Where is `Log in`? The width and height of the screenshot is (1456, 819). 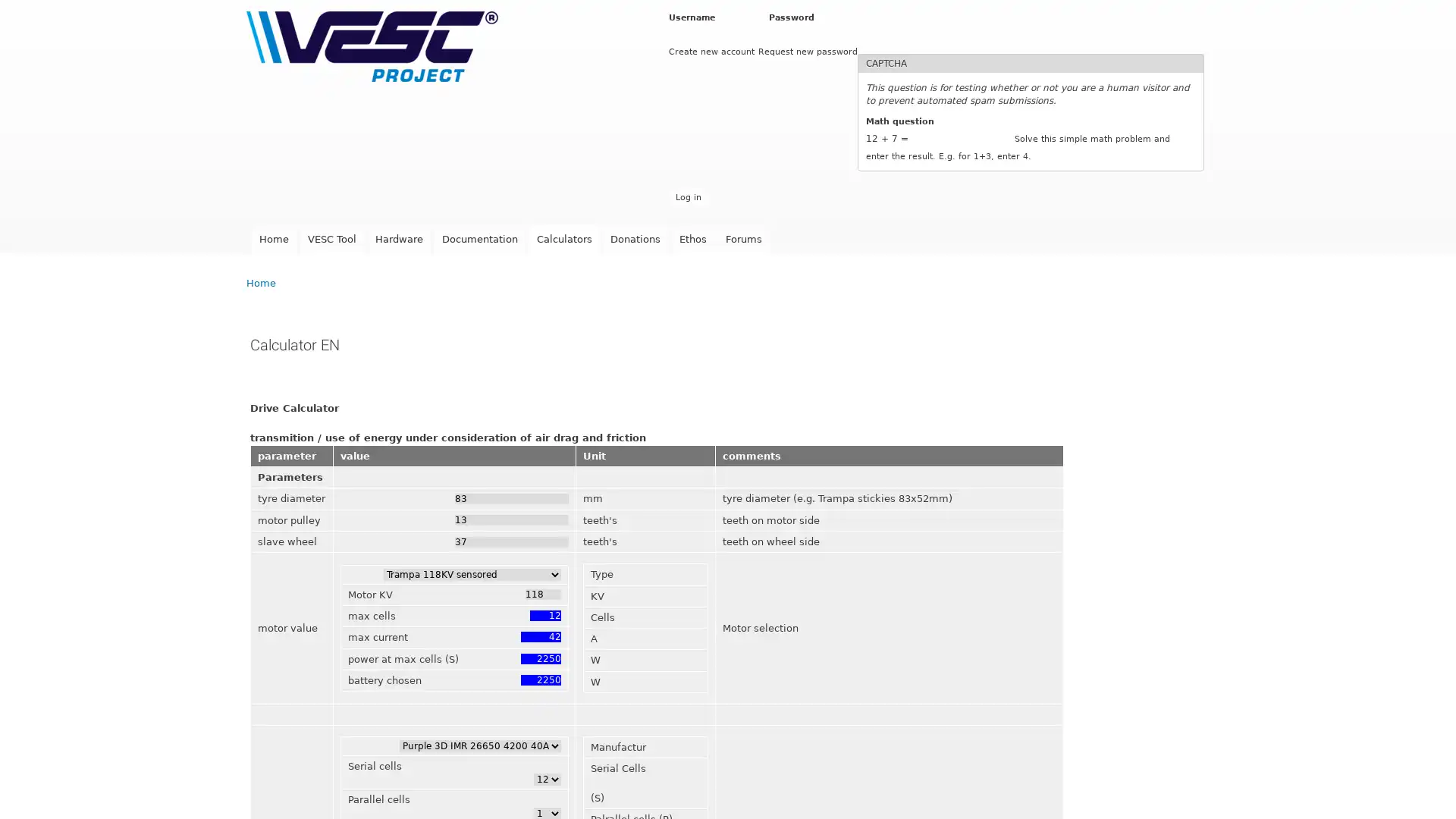 Log in is located at coordinates (687, 196).